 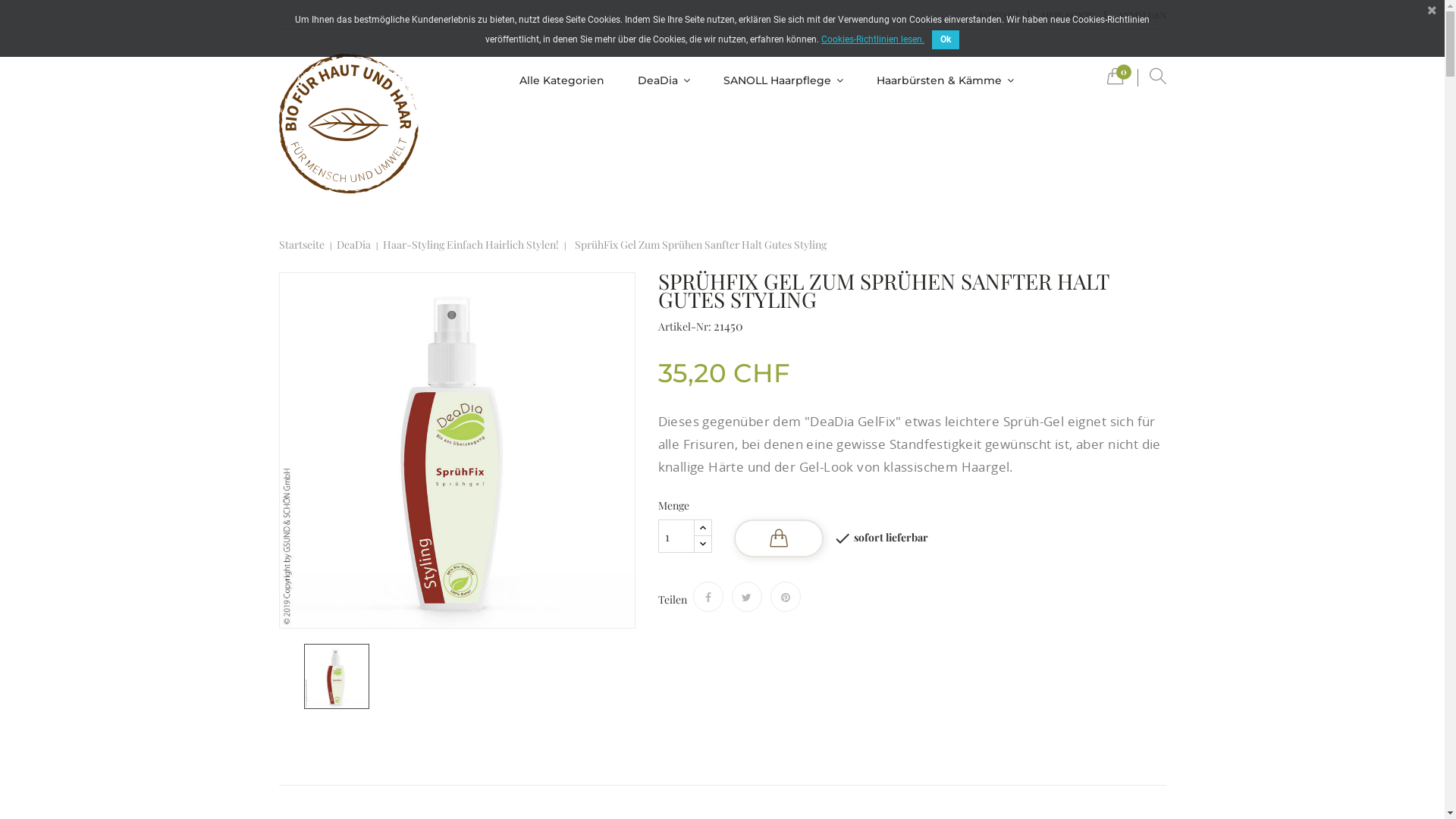 What do you see at coordinates (779, 537) in the screenshot?
I see `'IN DEN WARENKORB'` at bounding box center [779, 537].